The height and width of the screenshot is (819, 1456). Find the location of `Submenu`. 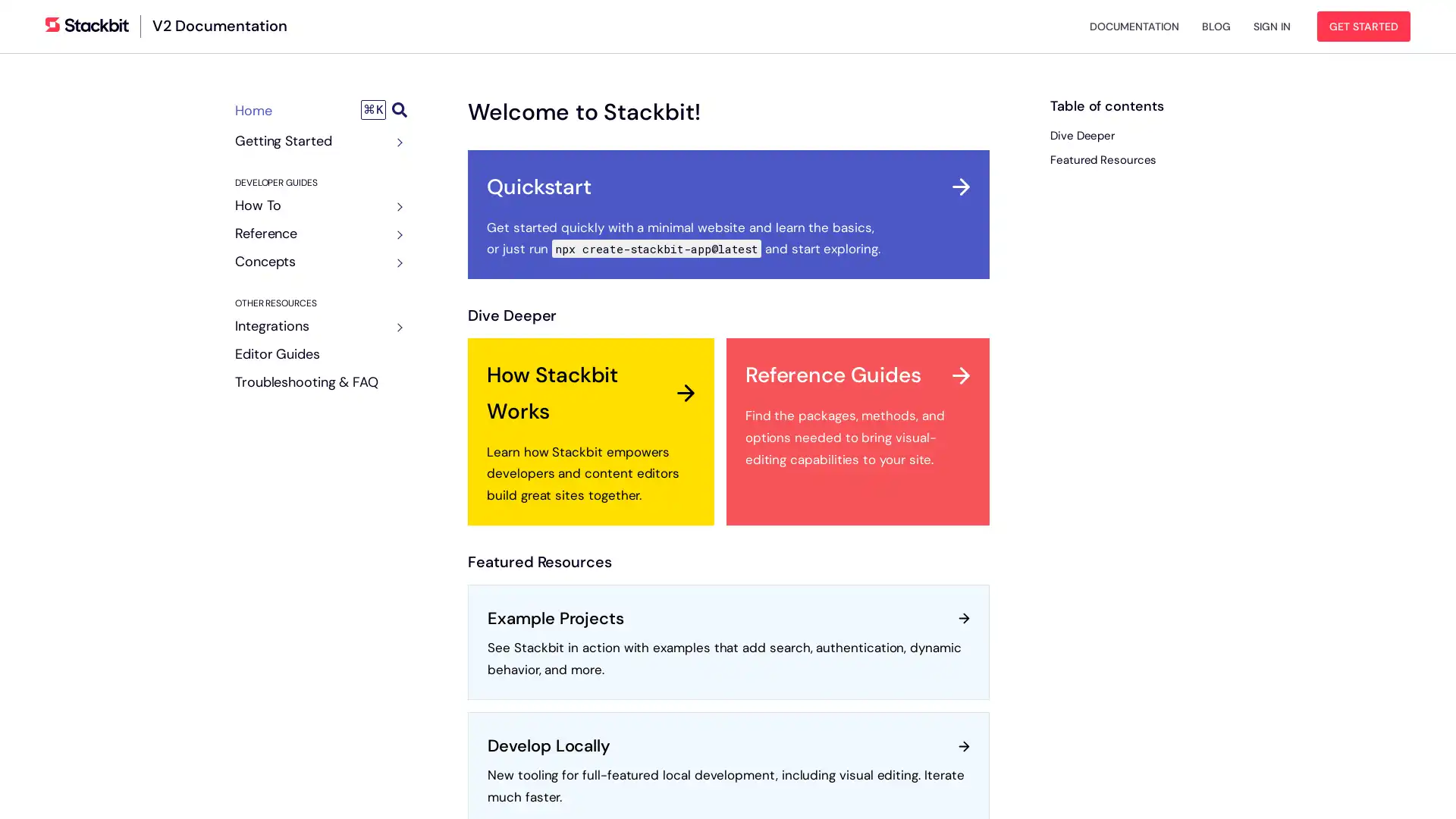

Submenu is located at coordinates (396, 262).